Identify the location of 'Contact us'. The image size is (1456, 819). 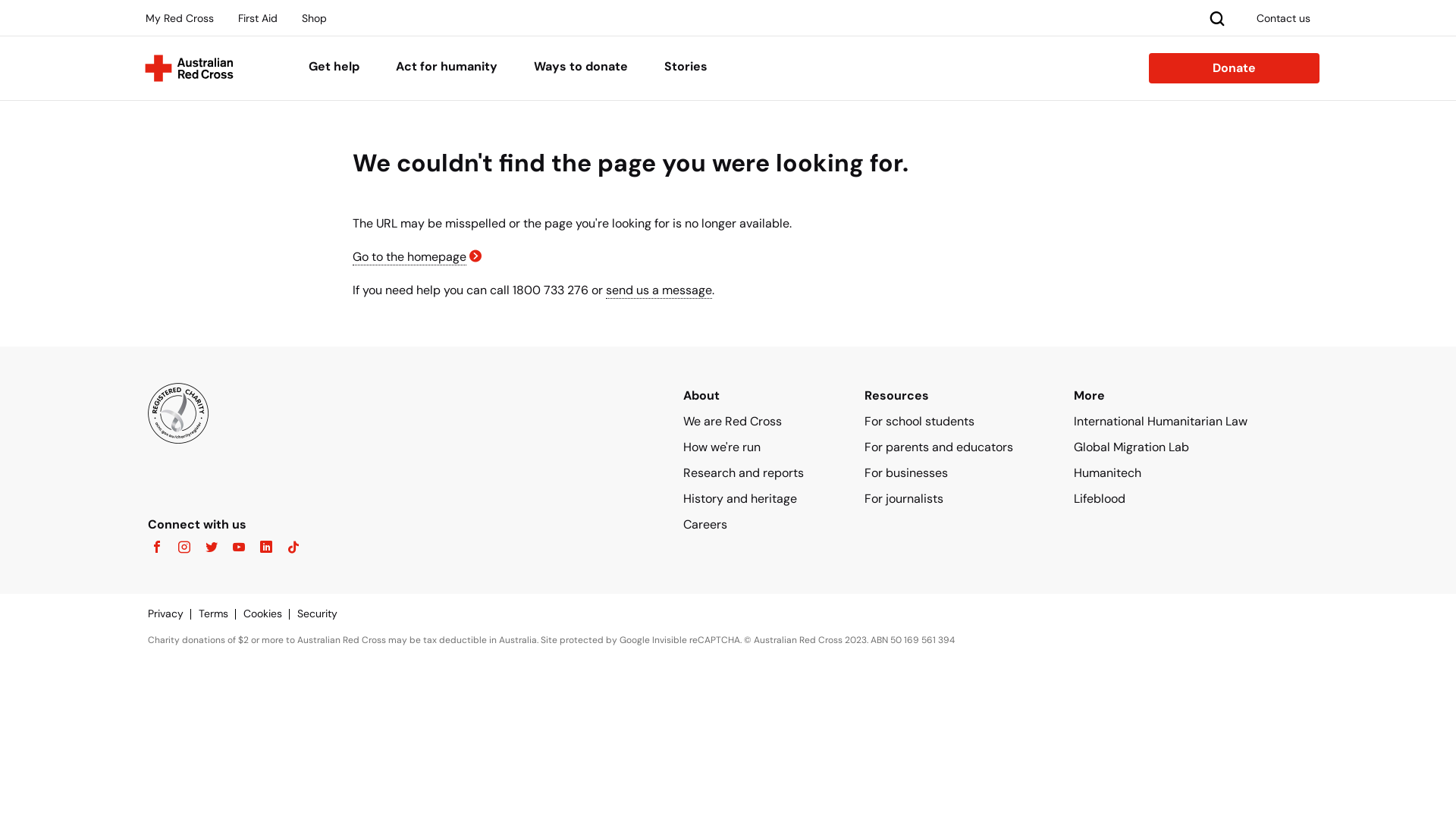
(1282, 17).